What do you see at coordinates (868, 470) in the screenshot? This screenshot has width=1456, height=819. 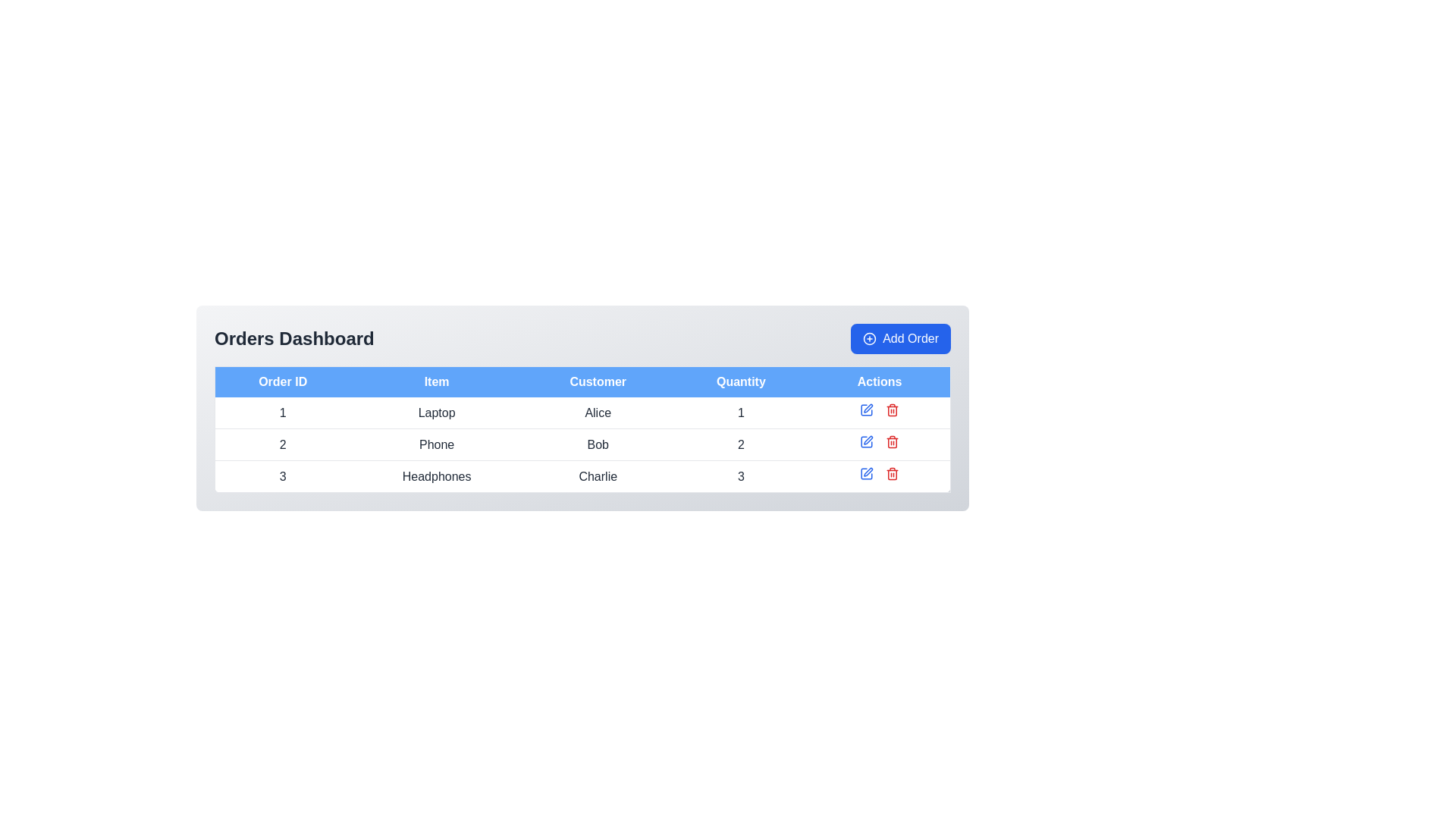 I see `the edit icon button in the Actions column of the third row, associated with the 'Headphones' item` at bounding box center [868, 470].